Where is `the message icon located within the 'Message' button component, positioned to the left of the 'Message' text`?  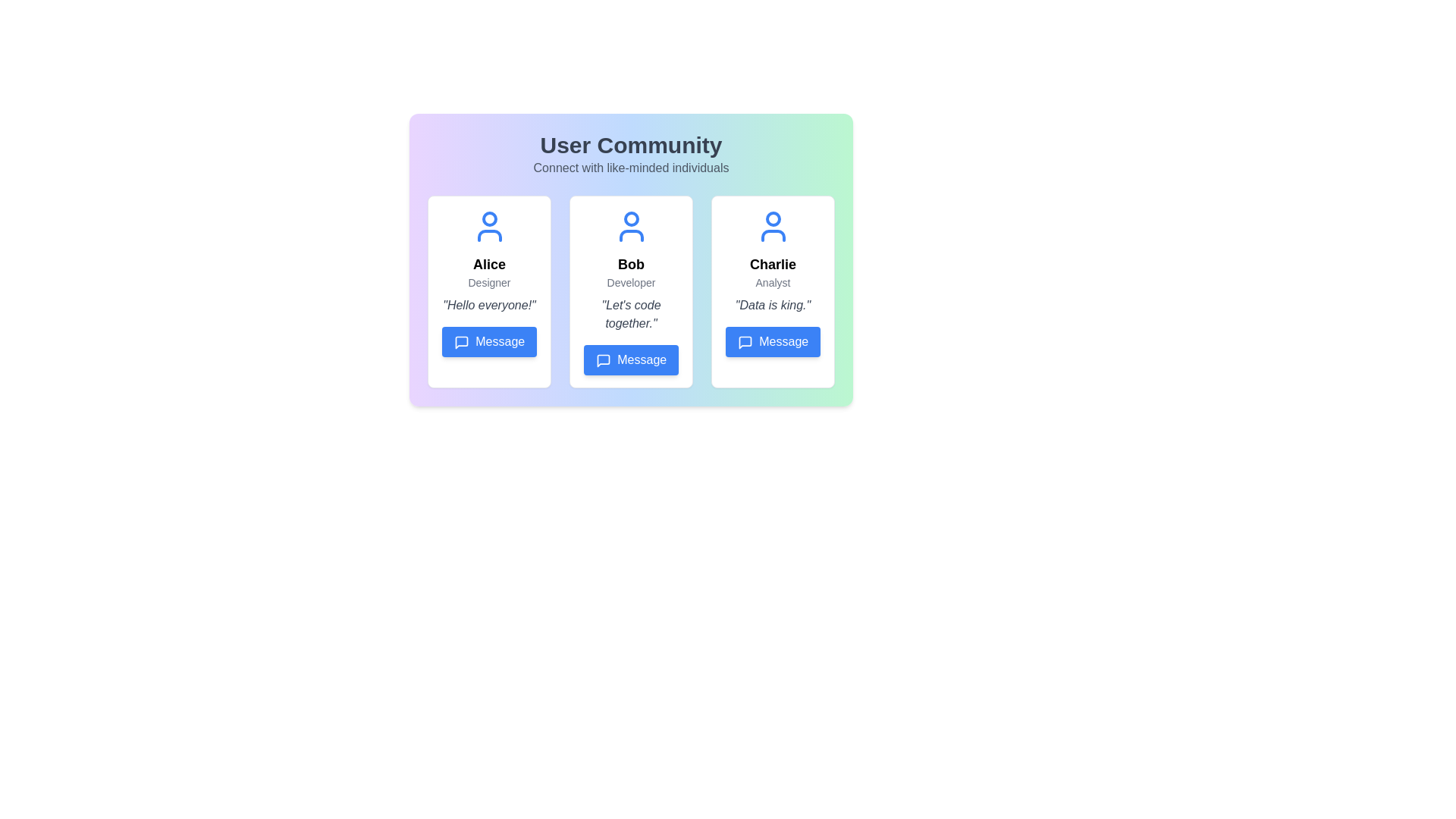
the message icon located within the 'Message' button component, positioned to the left of the 'Message' text is located at coordinates (602, 360).